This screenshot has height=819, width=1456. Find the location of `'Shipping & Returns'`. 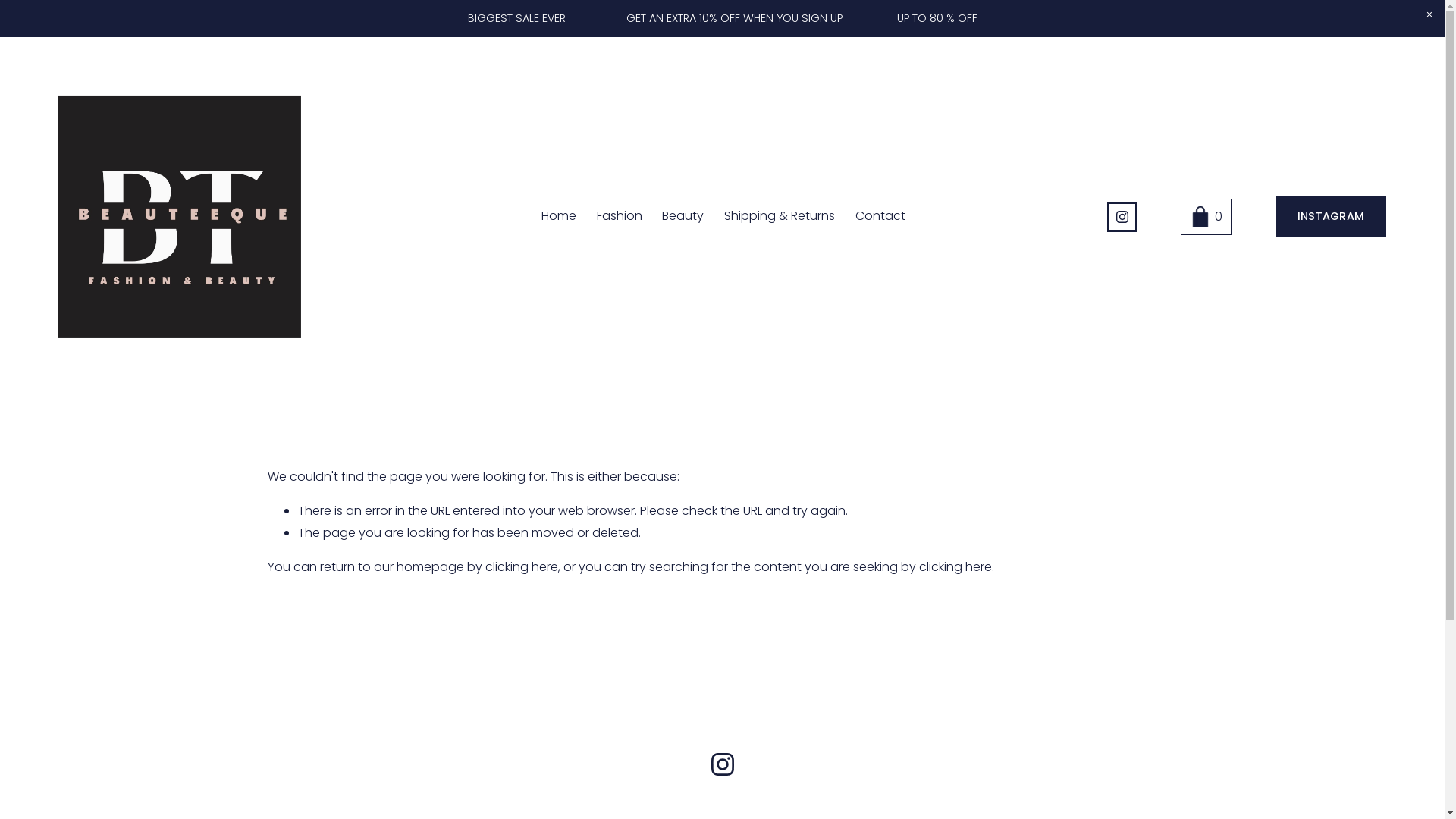

'Shipping & Returns' is located at coordinates (723, 216).